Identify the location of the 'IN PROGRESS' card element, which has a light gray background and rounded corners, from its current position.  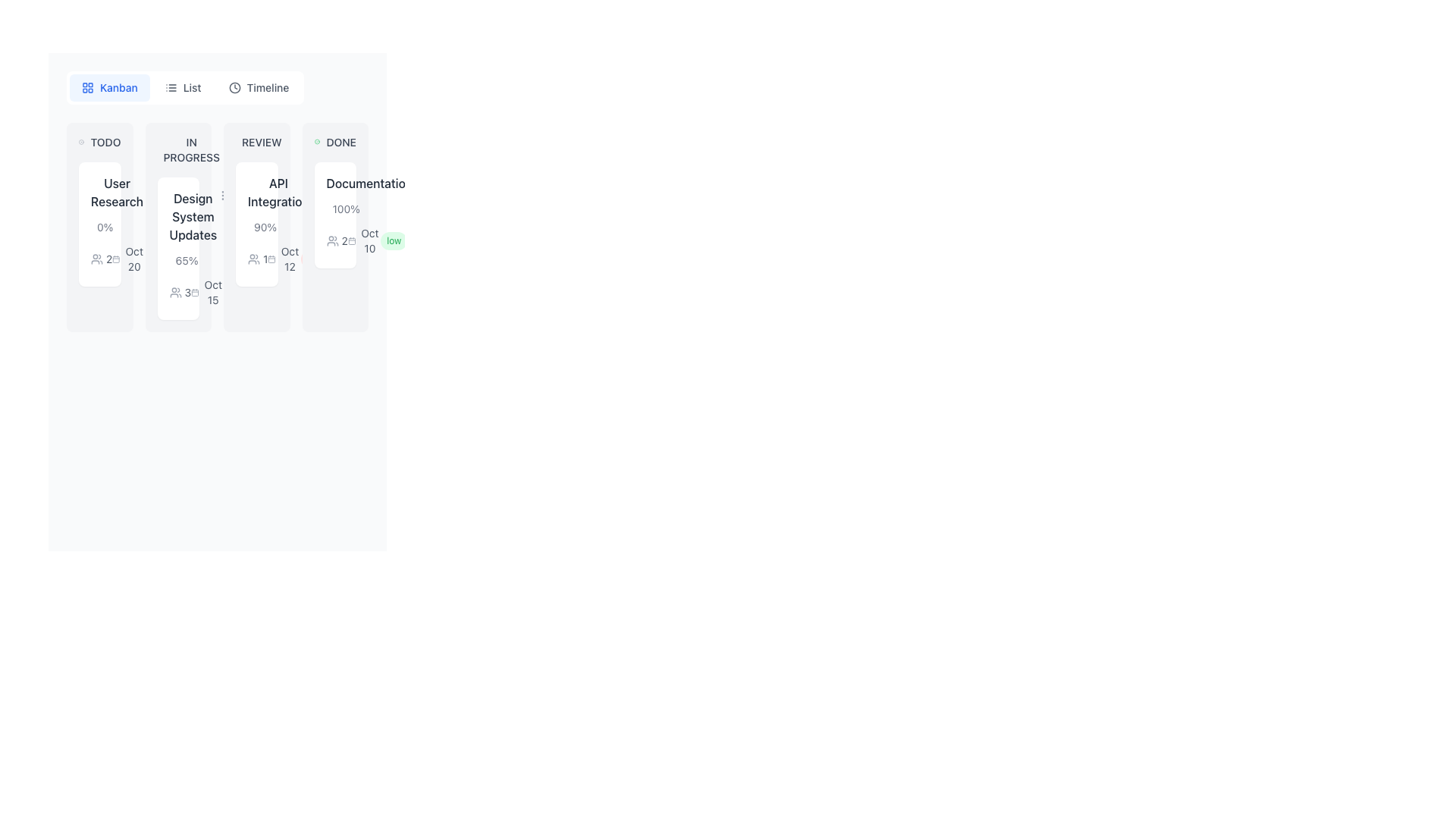
(178, 227).